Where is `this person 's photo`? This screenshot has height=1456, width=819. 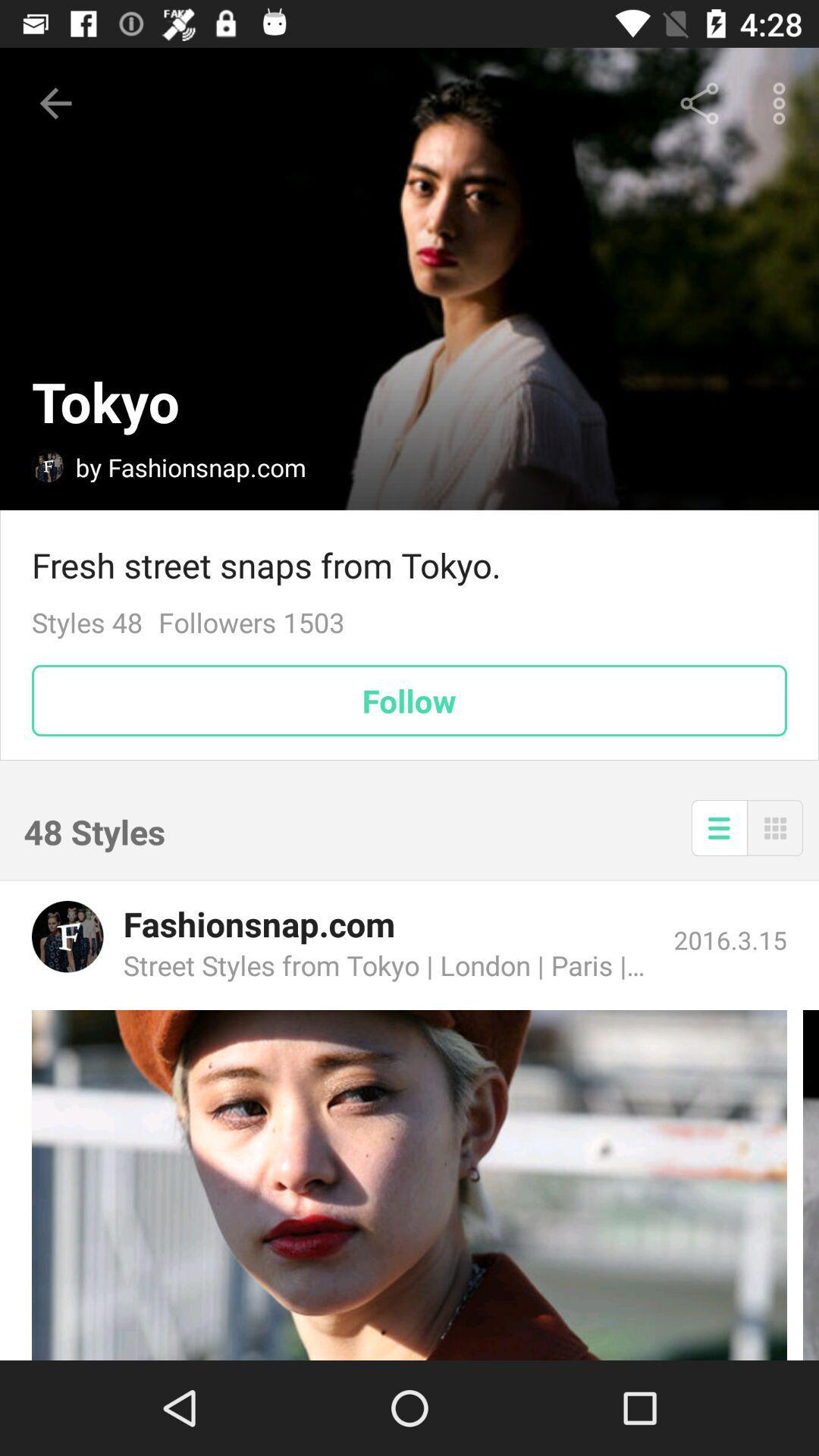
this person 's photo is located at coordinates (409, 1185).